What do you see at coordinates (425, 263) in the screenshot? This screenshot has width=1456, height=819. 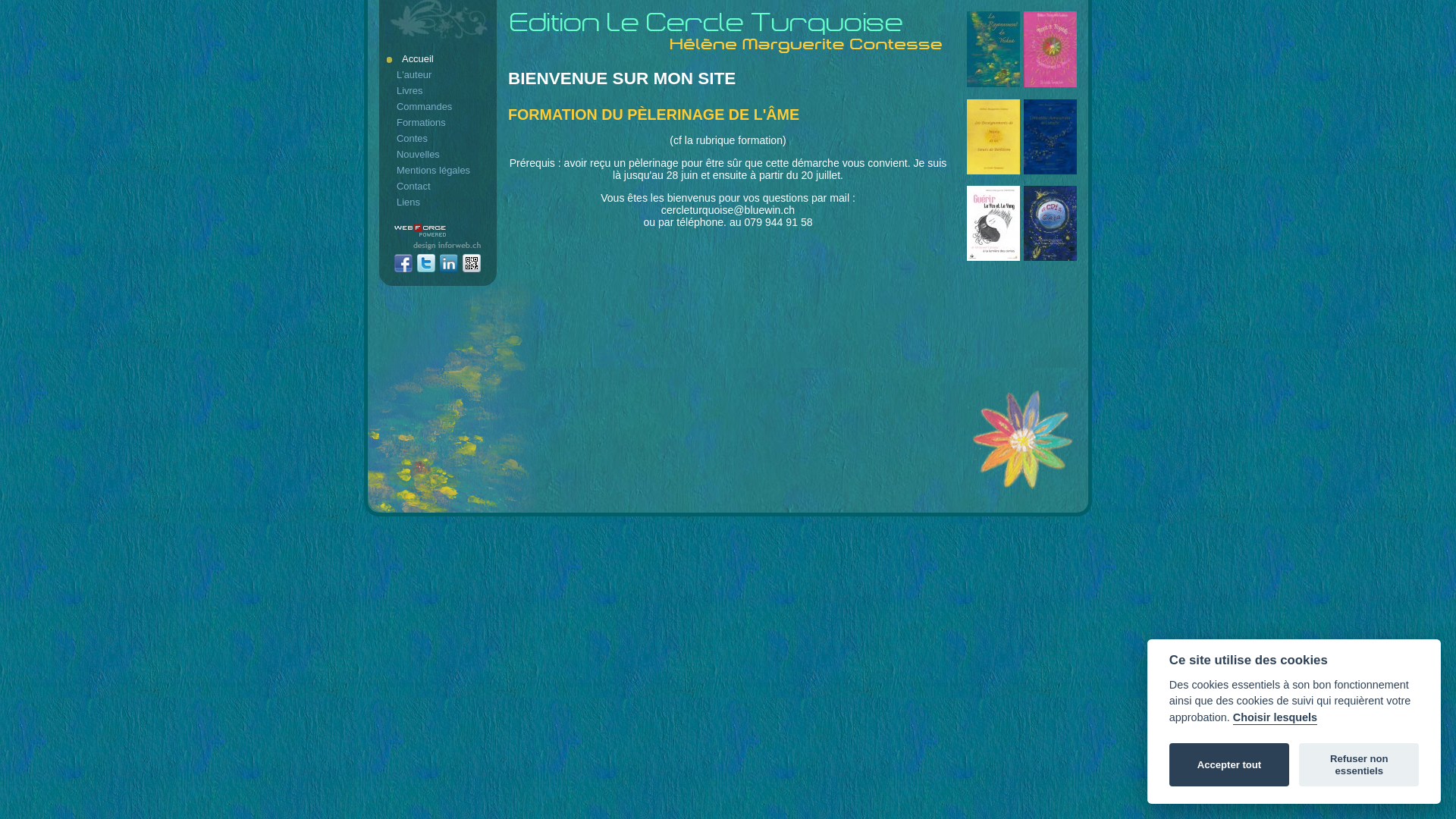 I see `'Partager sur Twitter'` at bounding box center [425, 263].